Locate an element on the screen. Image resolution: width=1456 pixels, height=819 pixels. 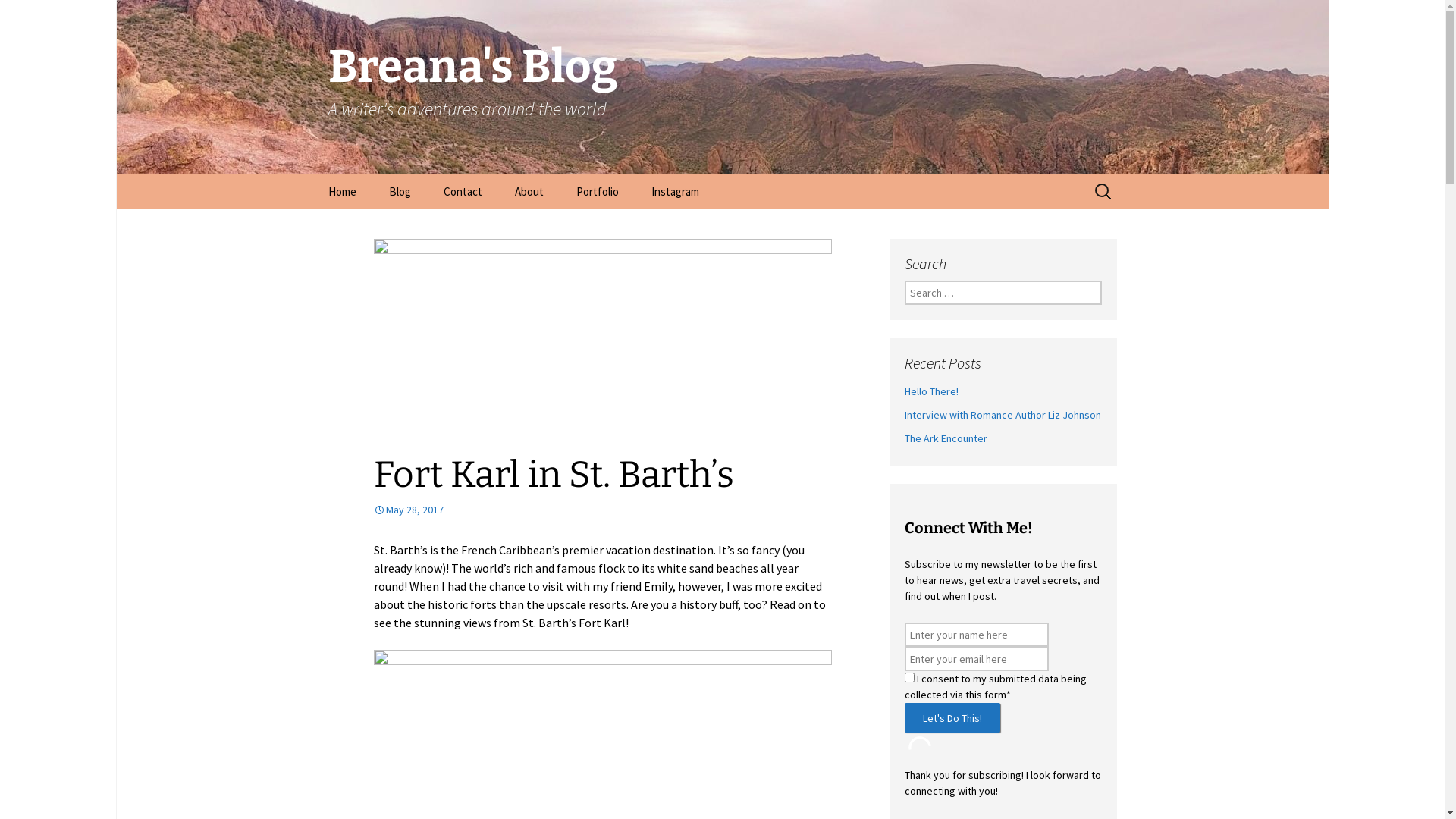
'Portfolio' is located at coordinates (596, 190).